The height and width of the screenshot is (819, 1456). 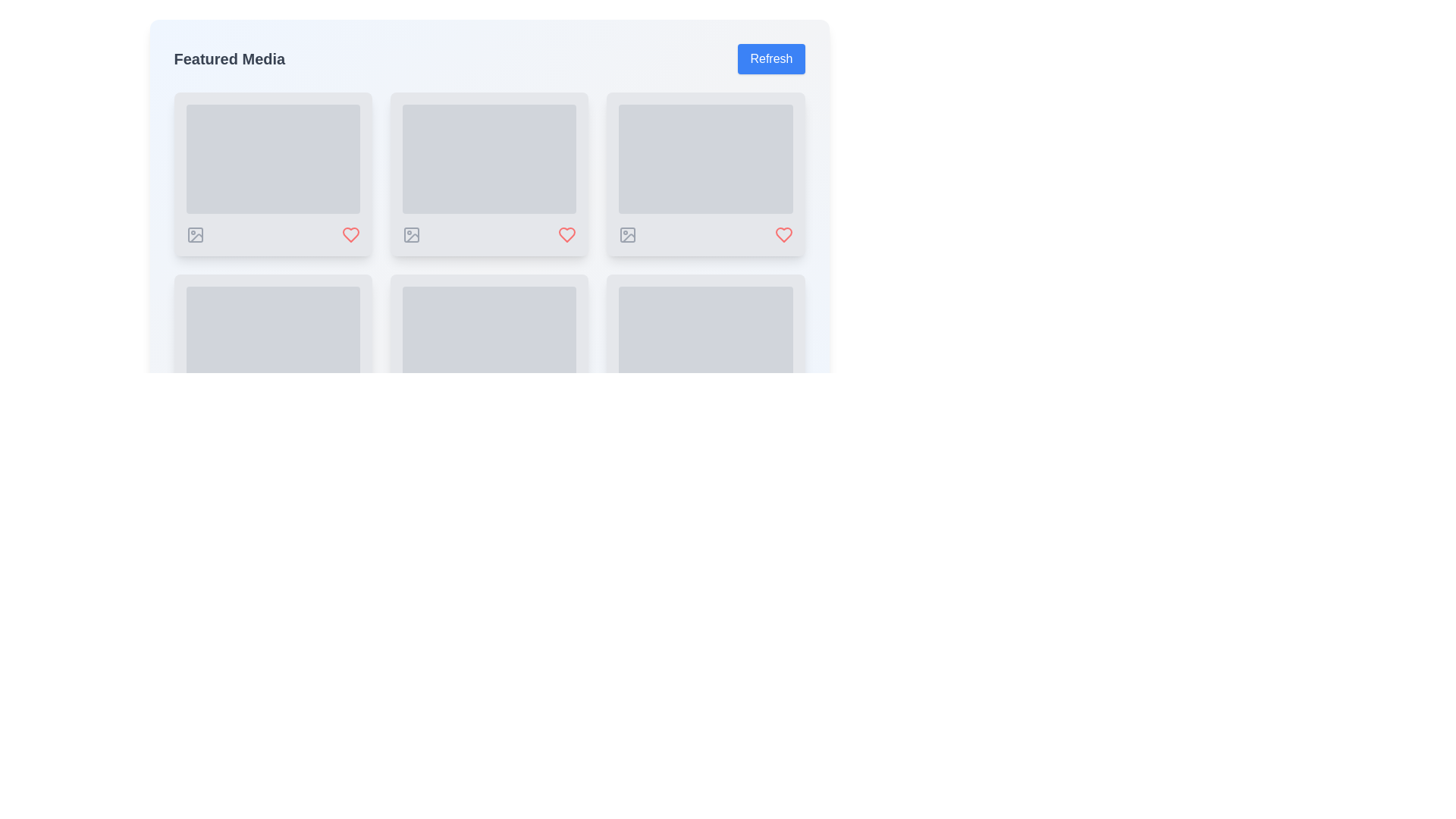 What do you see at coordinates (783, 234) in the screenshot?
I see `the 'favorite' or 'like' icon located in the second column of the grid under 'Featured Media', which is the third icon in the arrangement` at bounding box center [783, 234].